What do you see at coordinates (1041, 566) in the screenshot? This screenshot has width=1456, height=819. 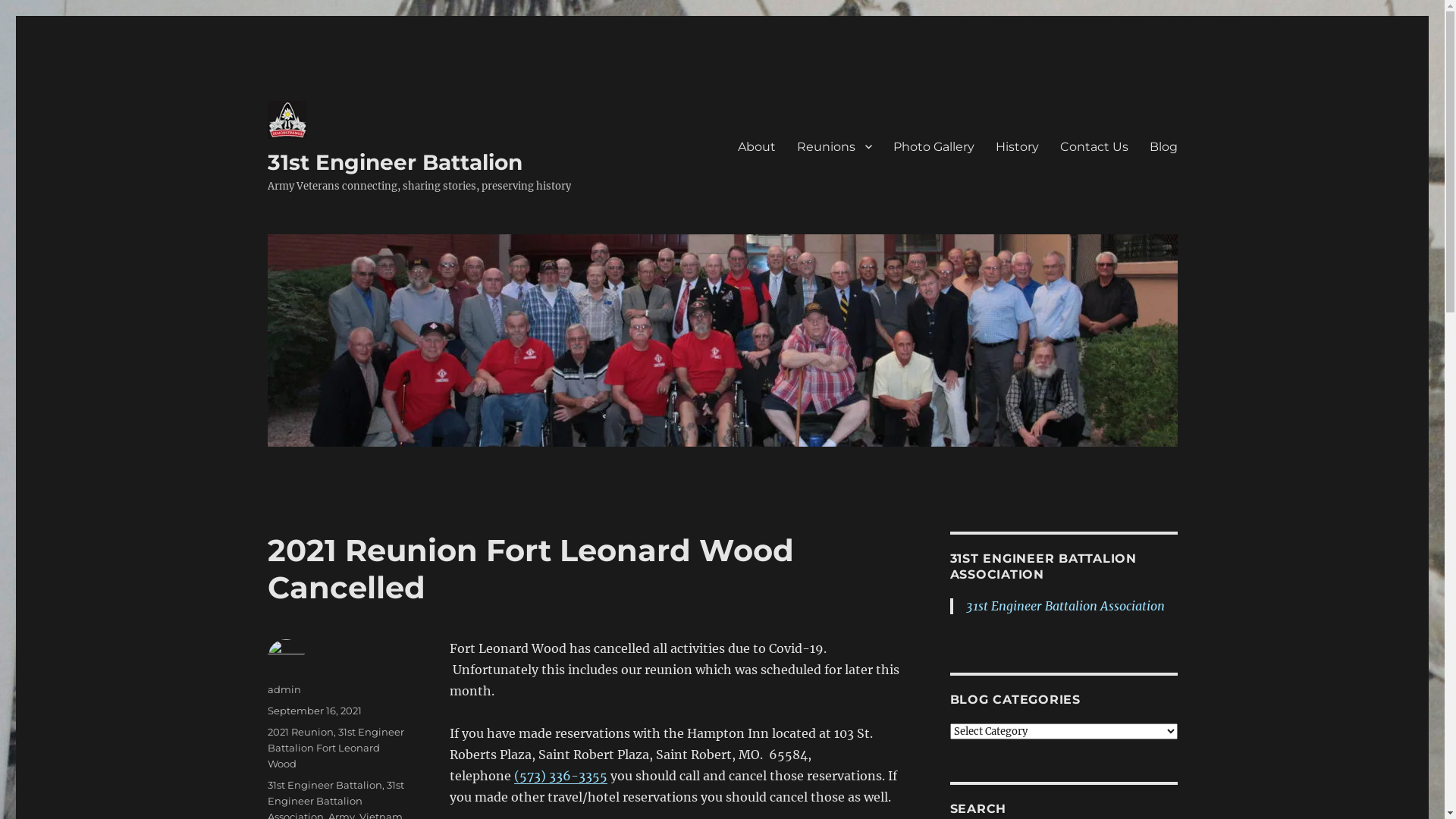 I see `'31ST ENGINEER BATTALION ASSOCIATION'` at bounding box center [1041, 566].